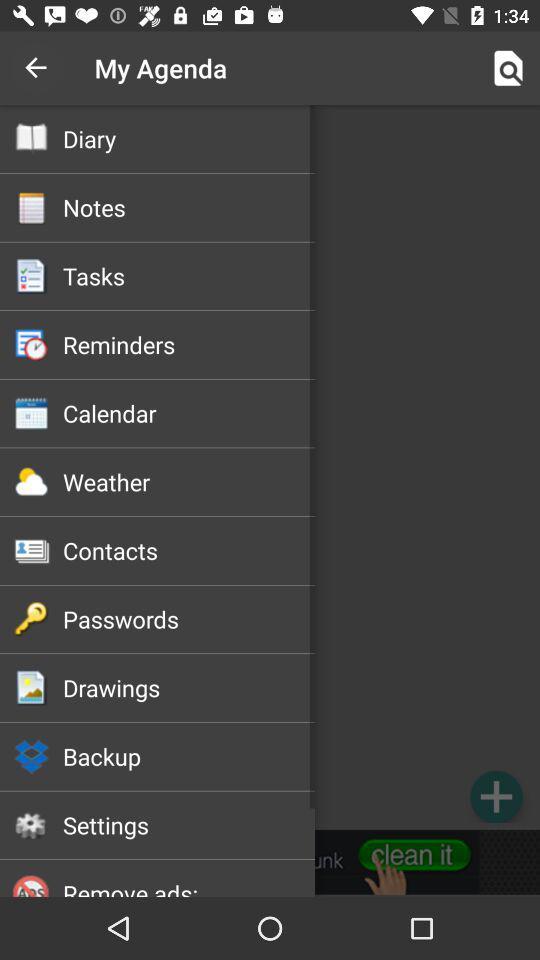  Describe the element at coordinates (189, 825) in the screenshot. I see `settings icon` at that location.